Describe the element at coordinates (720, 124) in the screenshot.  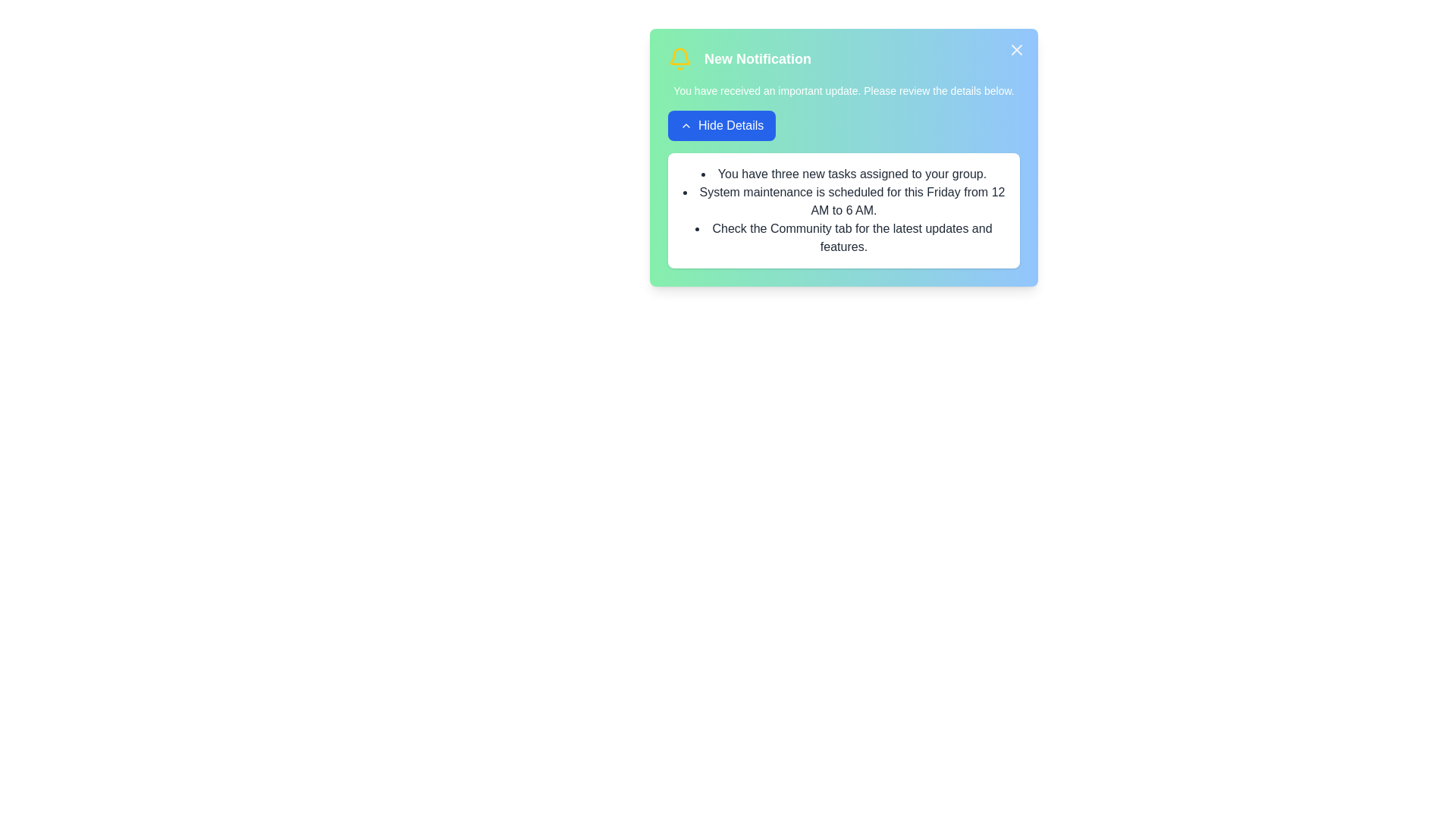
I see `the 'Hide Details' button to toggle the visibility of the detailed information` at that location.